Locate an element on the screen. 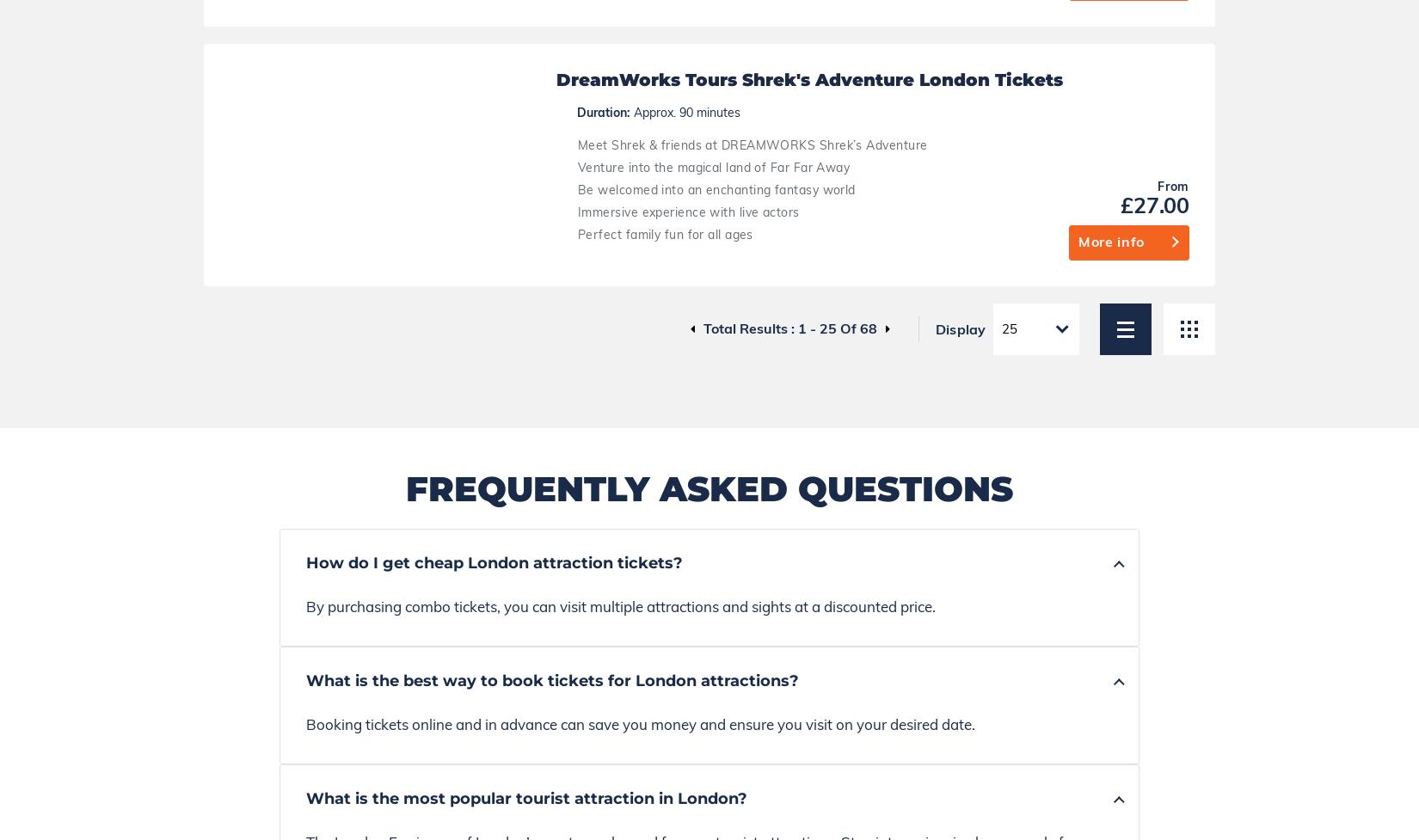  'The majority of tourist attractions and museums in London are open on Sundays.' is located at coordinates (574, 363).